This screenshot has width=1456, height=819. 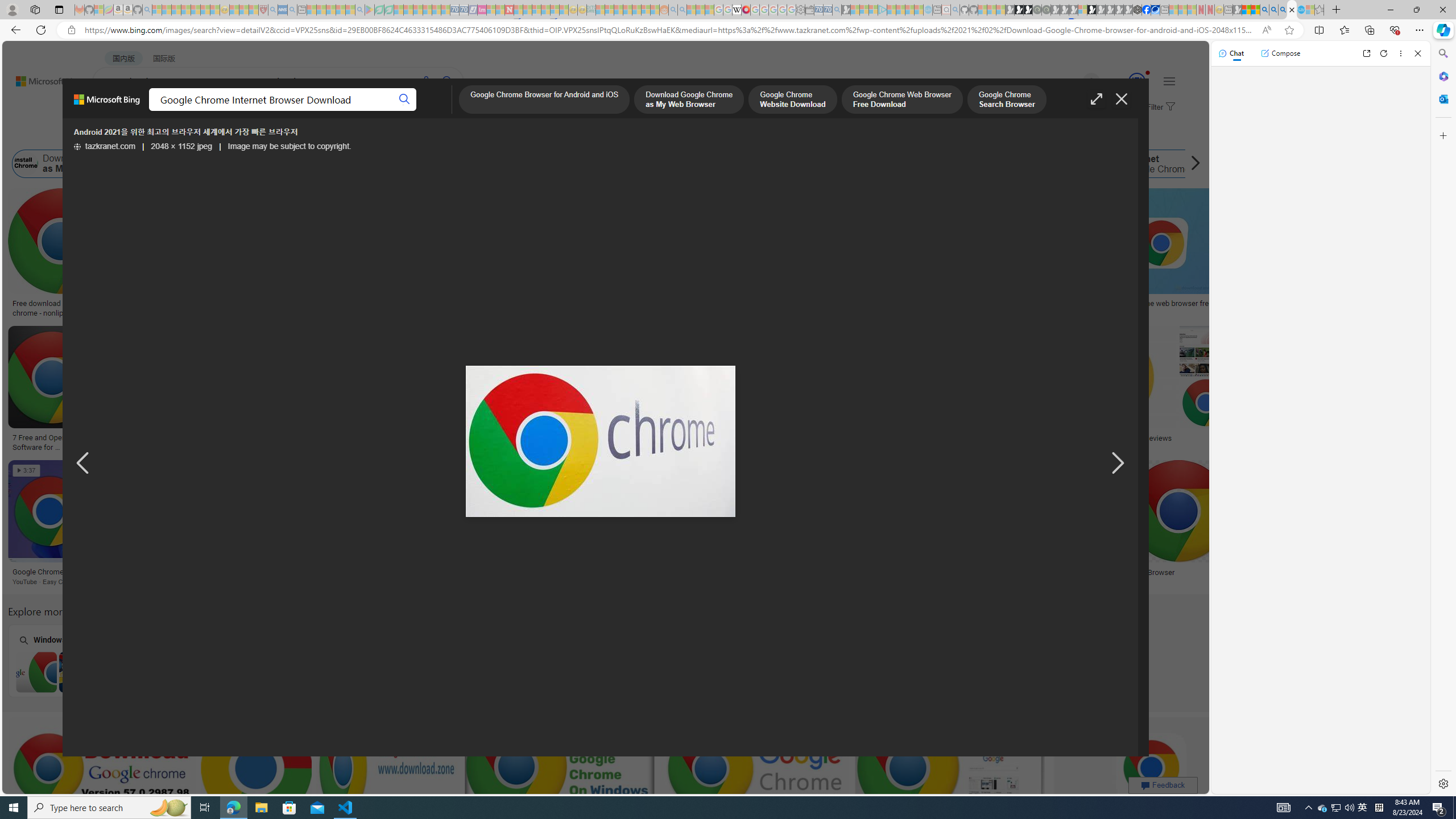 What do you see at coordinates (127, 135) in the screenshot?
I see `'Image size'` at bounding box center [127, 135].